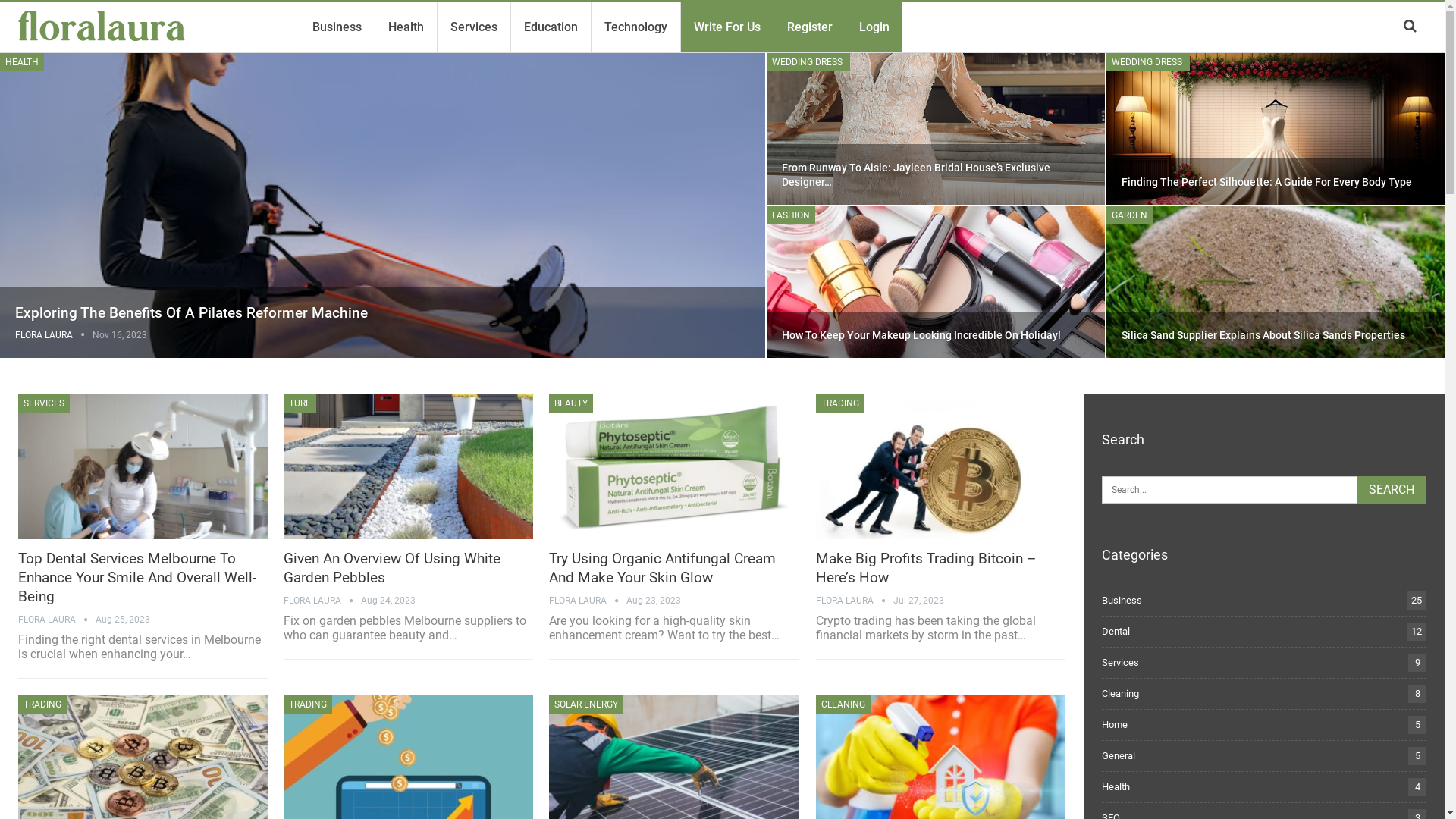 The image size is (1456, 819). What do you see at coordinates (1102, 723) in the screenshot?
I see `'Home` at bounding box center [1102, 723].